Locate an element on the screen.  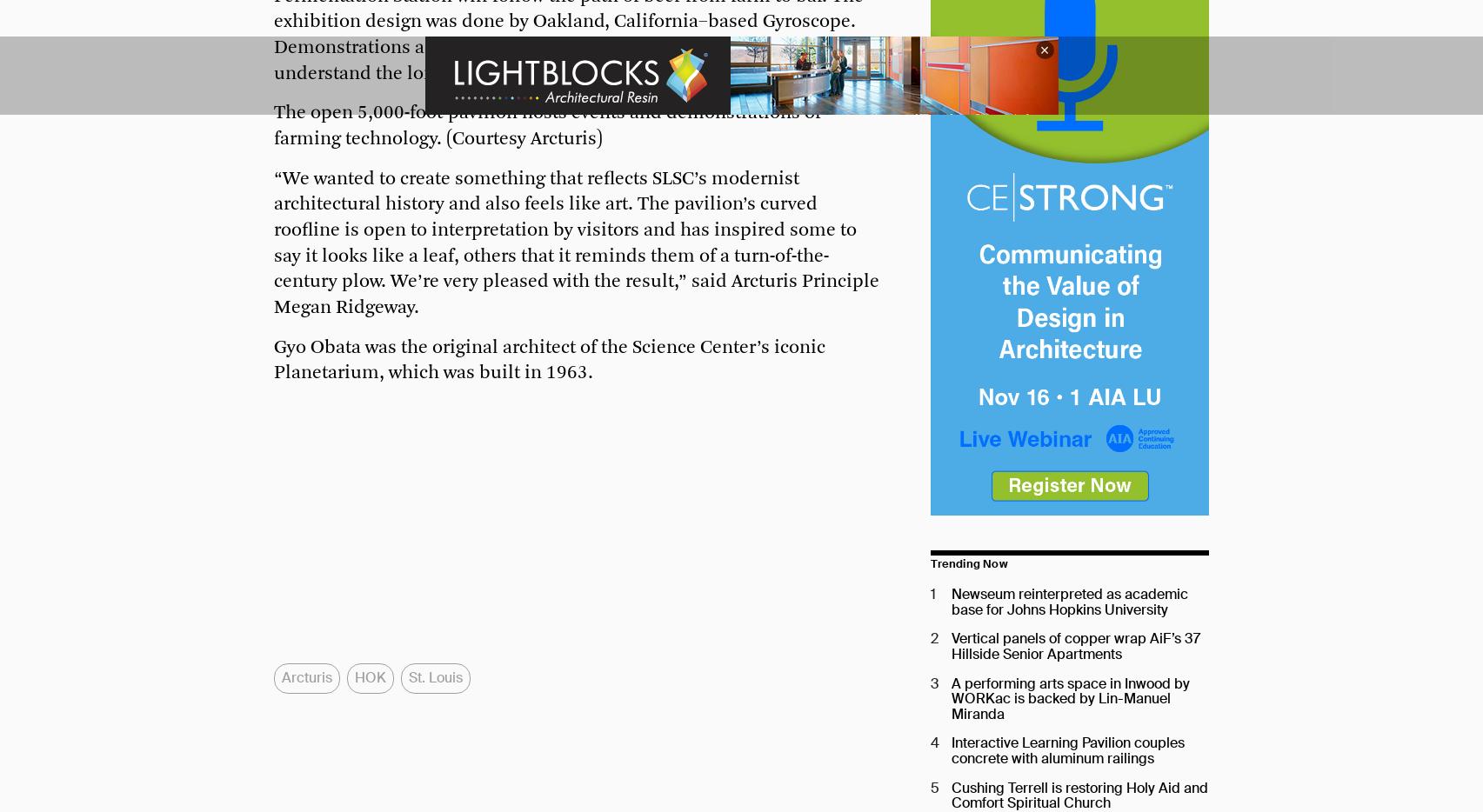
'A performing arts space in Inwood by WORKac is backed by Lin-Manuel Miranda' is located at coordinates (1071, 697).